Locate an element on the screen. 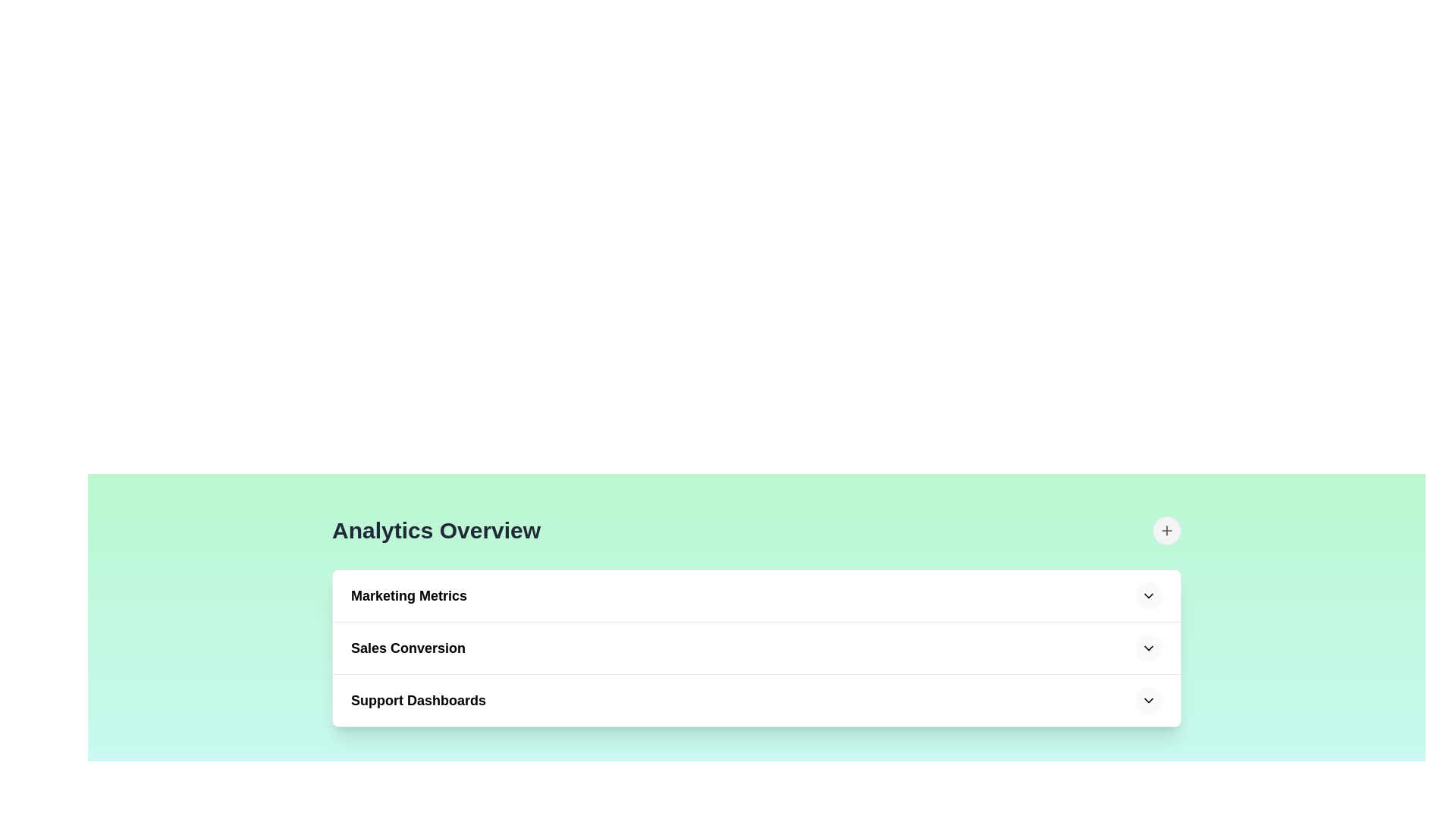  the bold, large text label reading 'Marketing Metrics', which is the first item in the vertical list under the 'Analytics Overview' header is located at coordinates (409, 595).